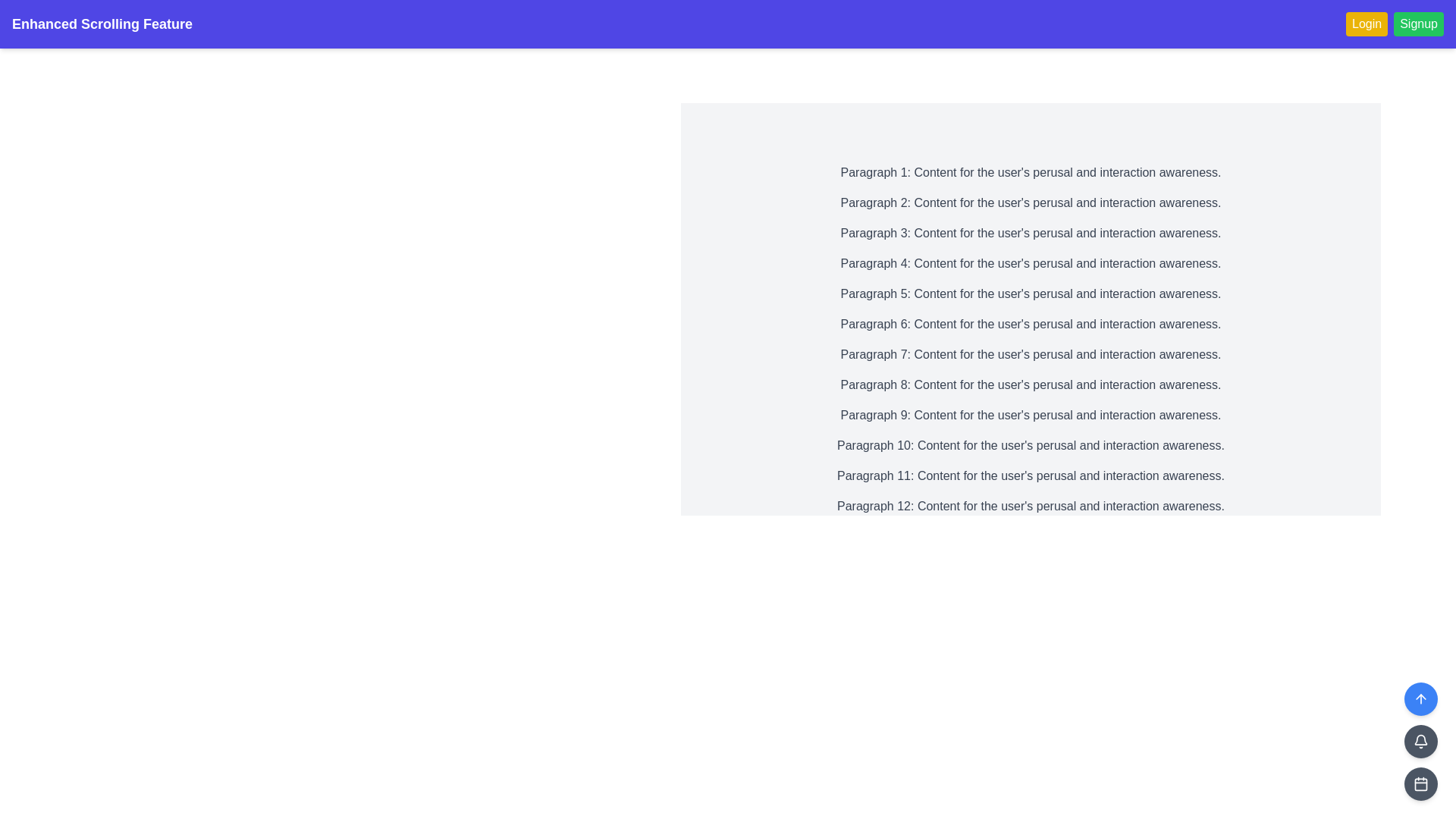 This screenshot has width=1456, height=819. Describe the element at coordinates (1418, 24) in the screenshot. I see `the signup button located in the top-right corner of the interface, which is the second button in a horizontal group of two, following the 'Login' button with a yellow background, to initiate the signup process` at that location.